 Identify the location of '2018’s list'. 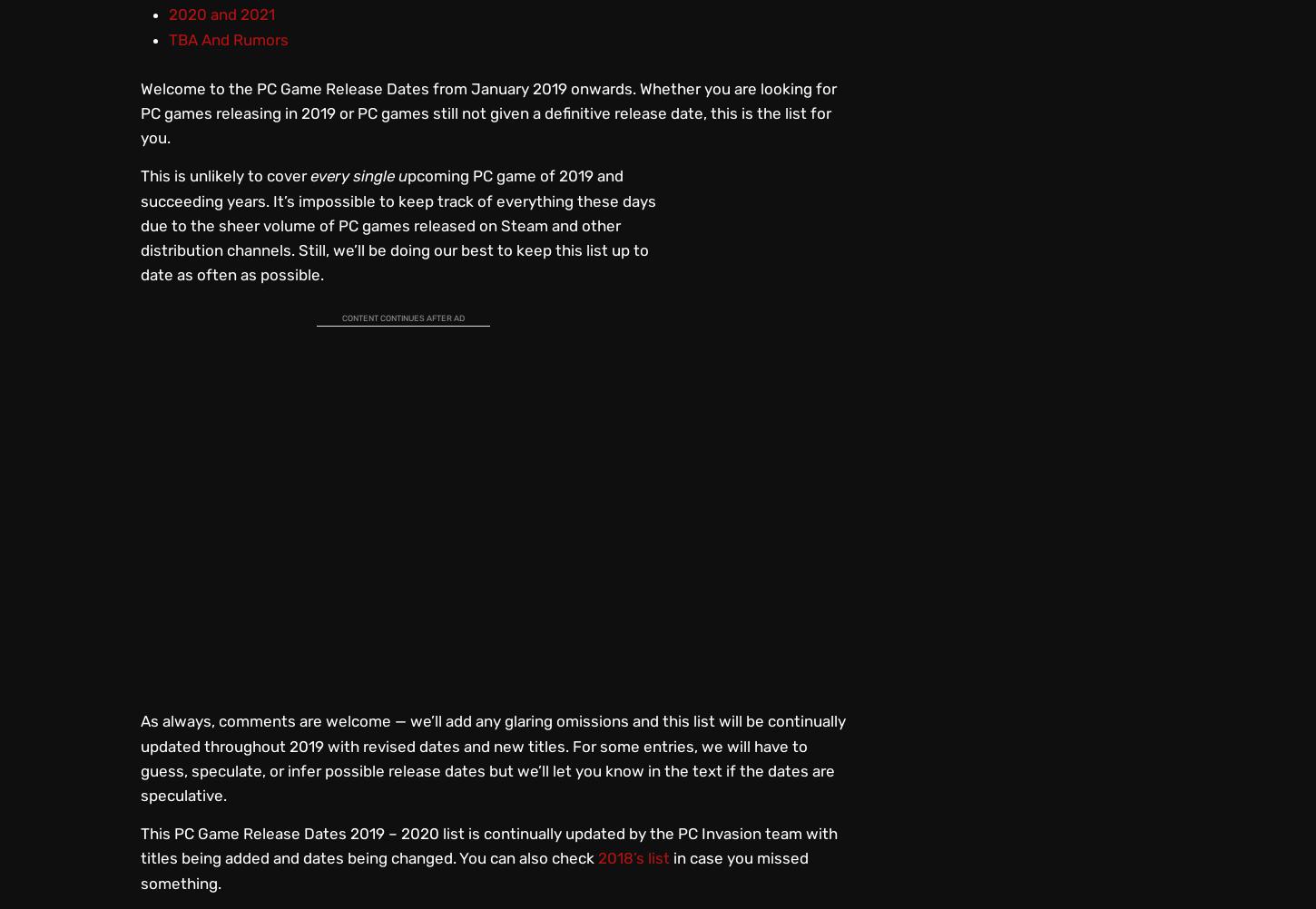
(597, 856).